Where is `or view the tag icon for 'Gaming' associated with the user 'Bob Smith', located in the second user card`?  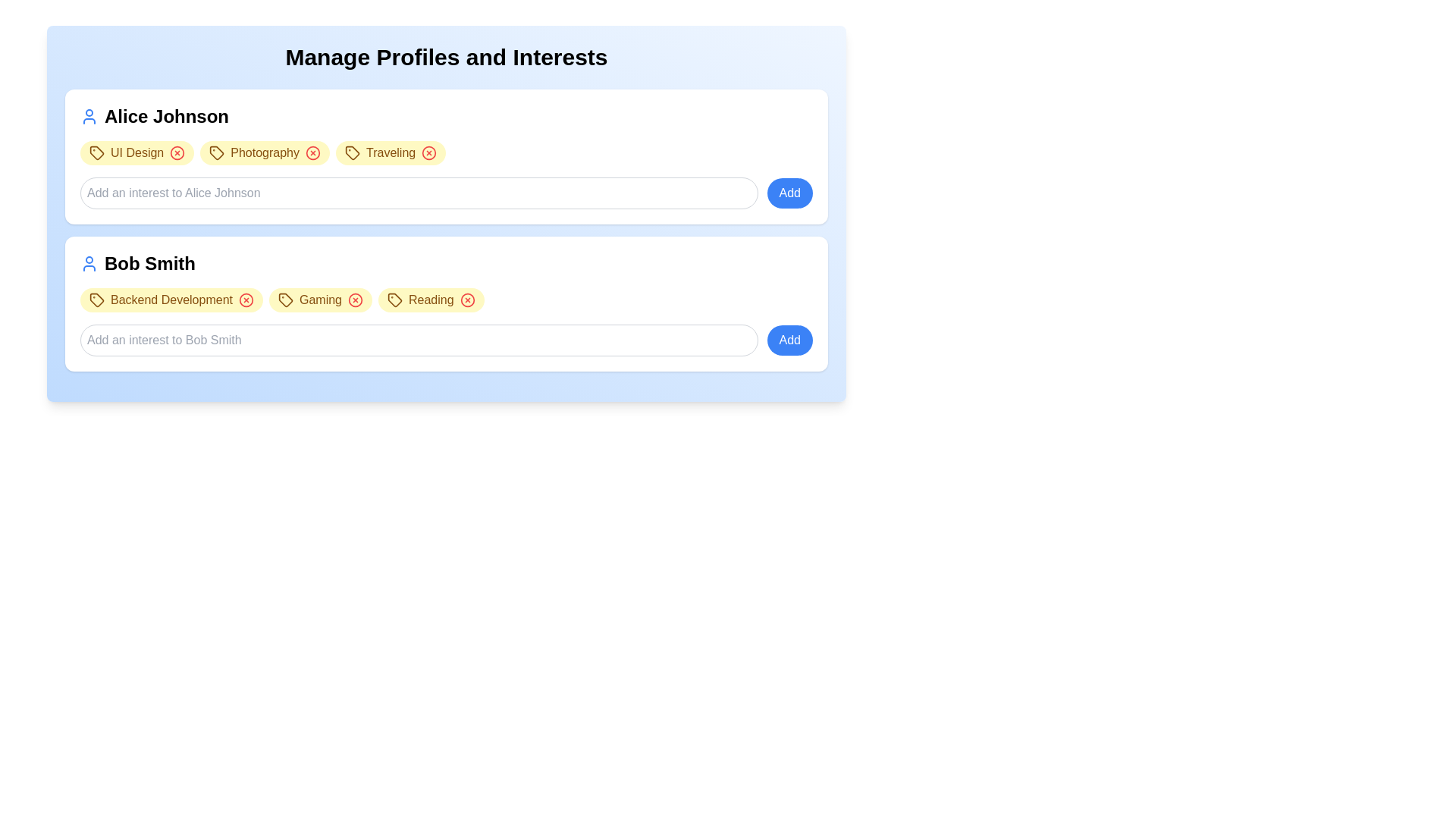
or view the tag icon for 'Gaming' associated with the user 'Bob Smith', located in the second user card is located at coordinates (285, 300).